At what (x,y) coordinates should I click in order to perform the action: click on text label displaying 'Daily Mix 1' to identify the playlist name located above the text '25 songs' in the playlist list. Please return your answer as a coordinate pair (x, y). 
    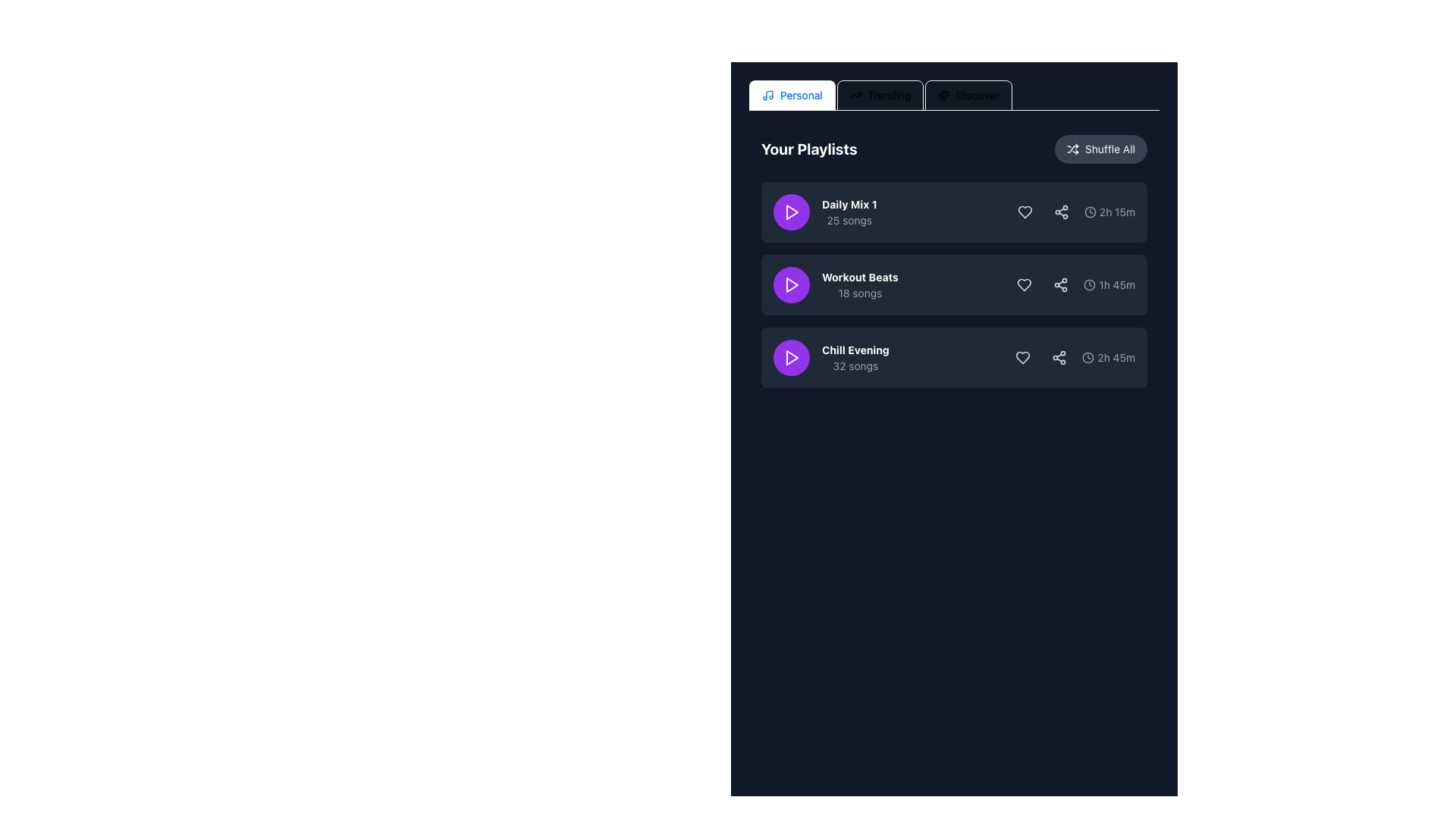
    Looking at the image, I should click on (849, 205).